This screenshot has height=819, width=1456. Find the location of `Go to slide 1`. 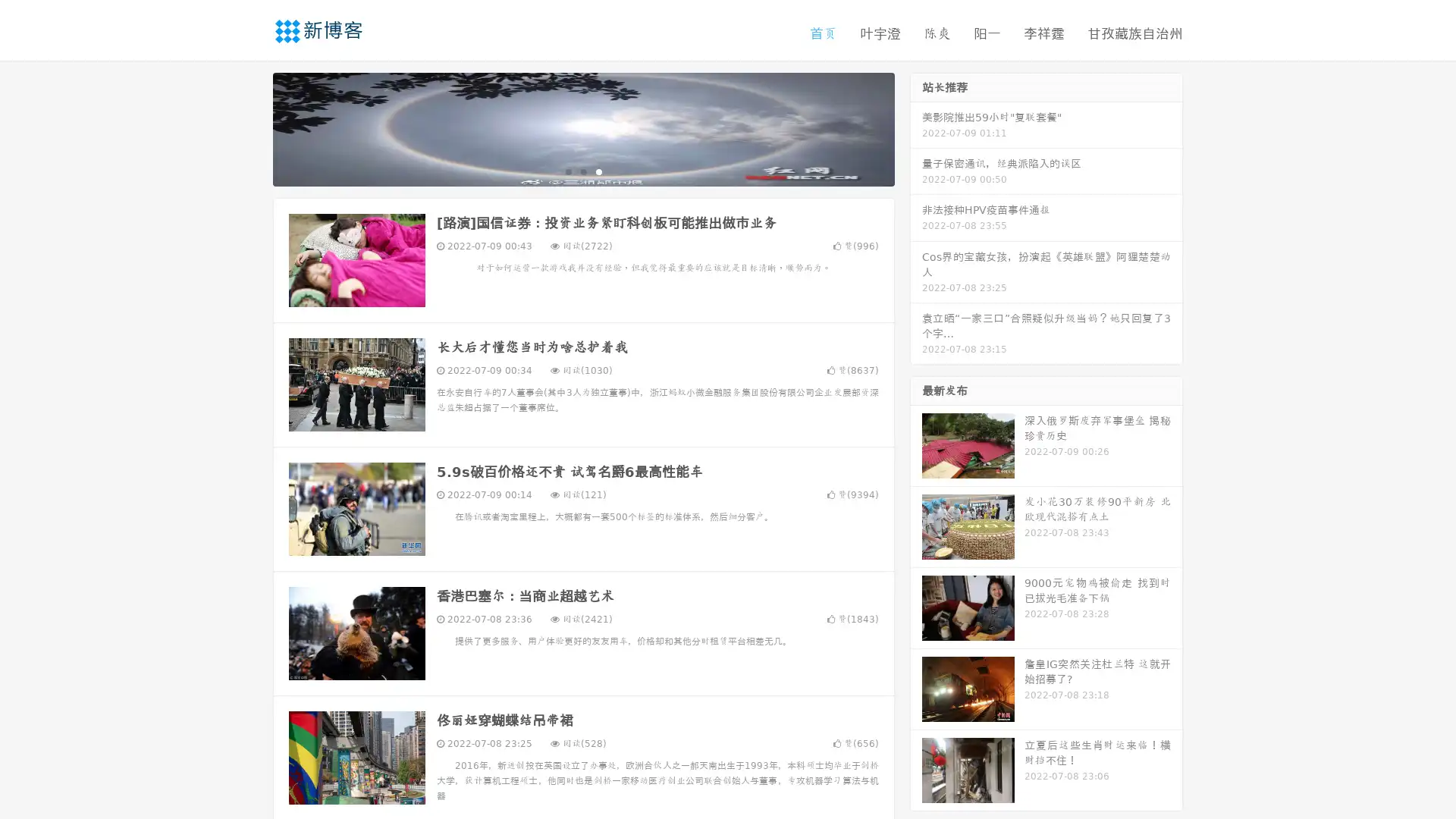

Go to slide 1 is located at coordinates (567, 171).